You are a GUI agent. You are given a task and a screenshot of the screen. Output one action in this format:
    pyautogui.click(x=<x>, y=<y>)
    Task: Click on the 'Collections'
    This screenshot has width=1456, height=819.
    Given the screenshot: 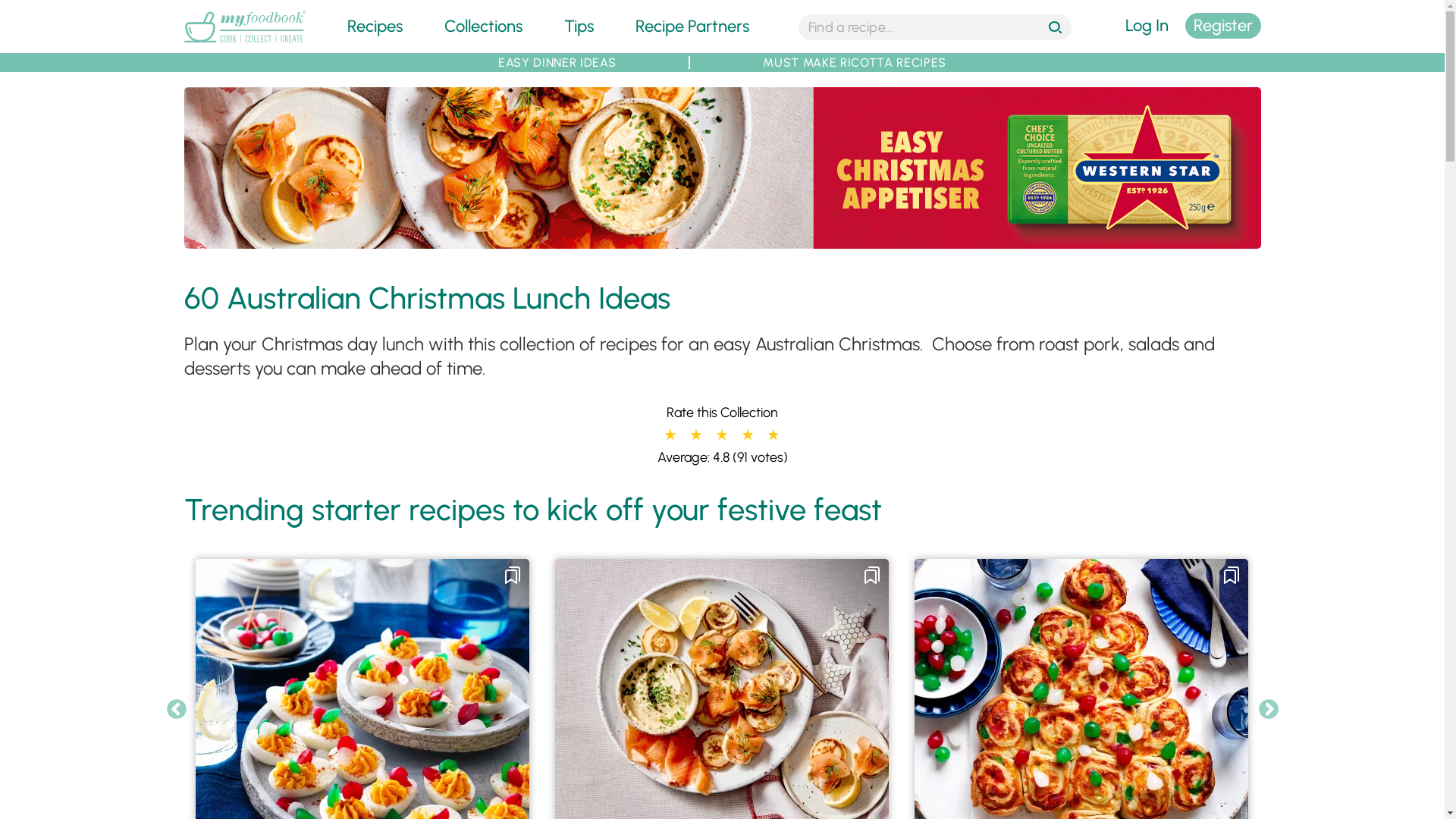 What is the action you would take?
    pyautogui.click(x=482, y=26)
    